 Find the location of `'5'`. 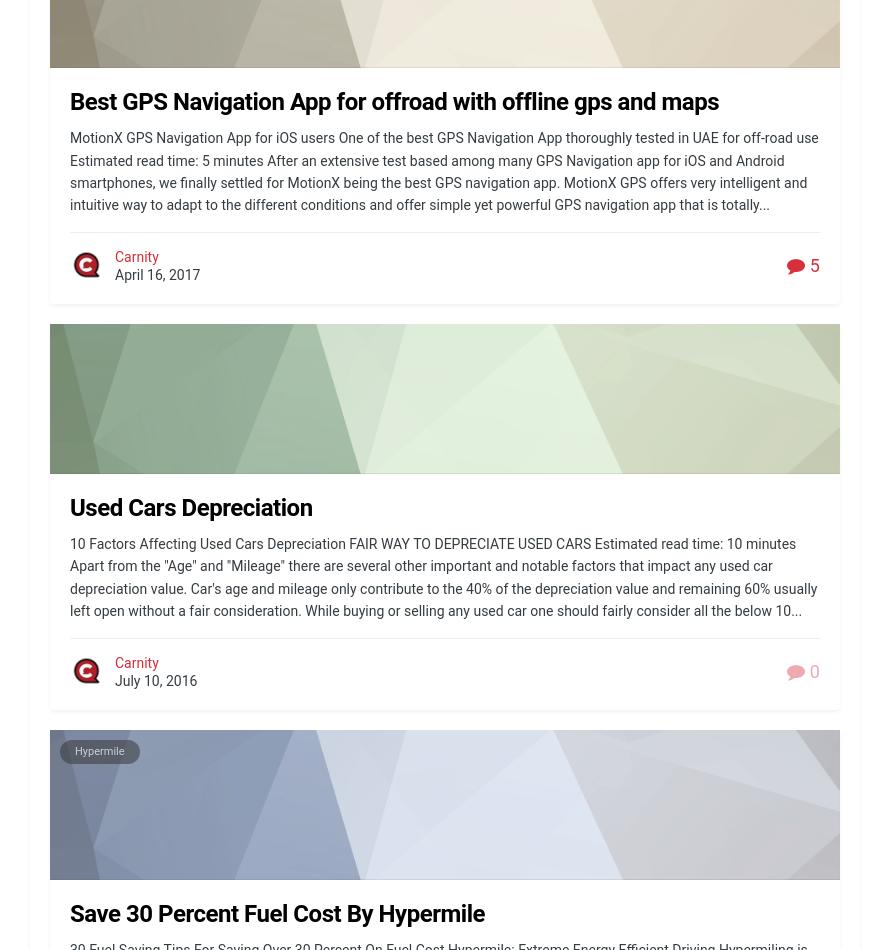

'5' is located at coordinates (812, 264).